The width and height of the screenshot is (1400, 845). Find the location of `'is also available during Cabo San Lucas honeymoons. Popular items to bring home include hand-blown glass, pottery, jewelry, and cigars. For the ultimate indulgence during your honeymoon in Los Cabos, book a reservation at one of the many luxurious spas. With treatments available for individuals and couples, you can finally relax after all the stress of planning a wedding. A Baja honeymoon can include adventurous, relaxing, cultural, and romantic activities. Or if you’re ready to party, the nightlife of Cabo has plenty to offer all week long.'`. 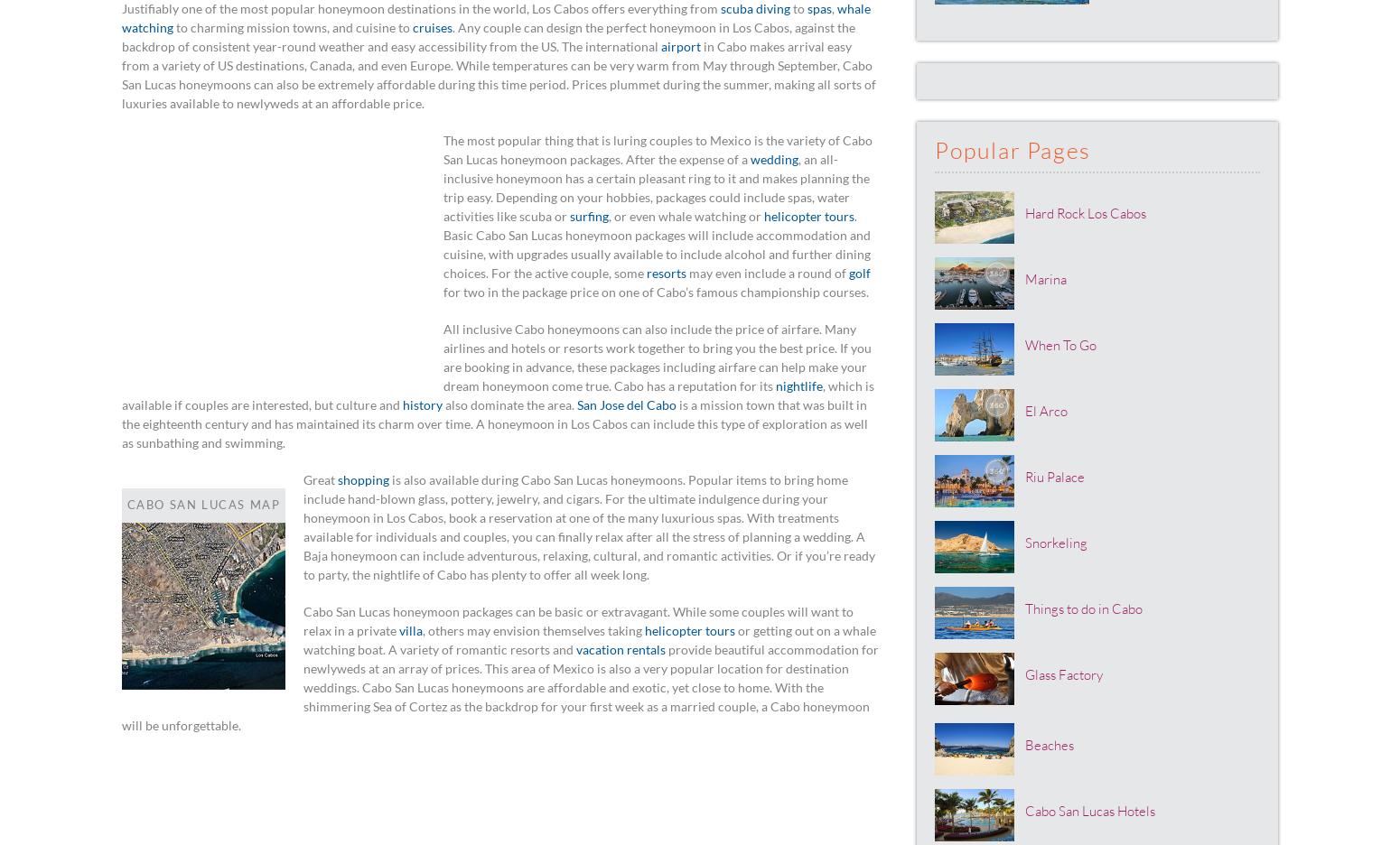

'is also available during Cabo San Lucas honeymoons. Popular items to bring home include hand-blown glass, pottery, jewelry, and cigars. For the ultimate indulgence during your honeymoon in Los Cabos, book a reservation at one of the many luxurious spas. With treatments available for individuals and couples, you can finally relax after all the stress of planning a wedding. A Baja honeymoon can include adventurous, relaxing, cultural, and romantic activities. Or if you’re ready to party, the nightlife of Cabo has plenty to offer all week long.' is located at coordinates (588, 525).